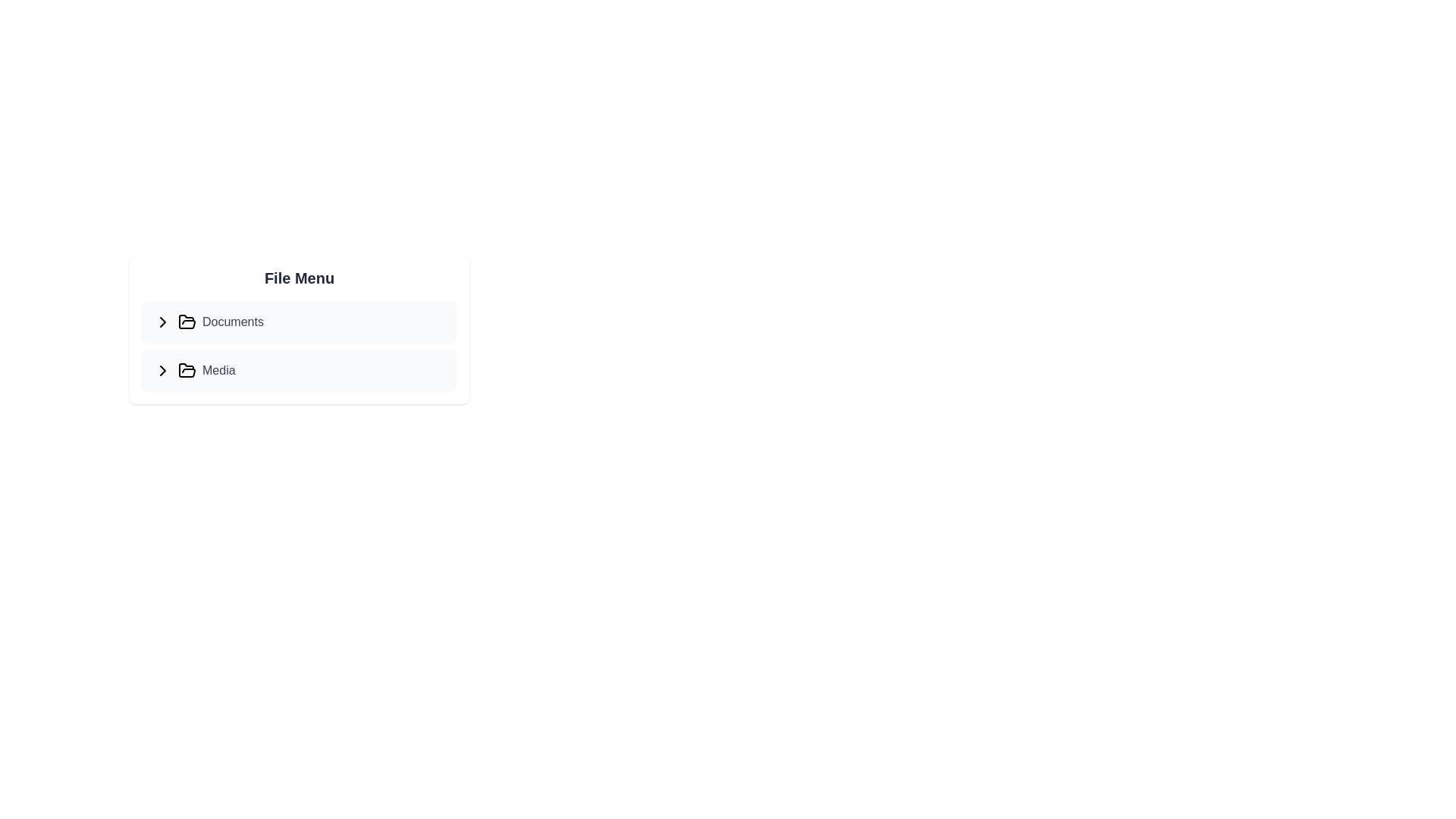 The height and width of the screenshot is (819, 1456). Describe the element at coordinates (186, 370) in the screenshot. I see `the folder icon located to the left of the 'Documents' text` at that location.